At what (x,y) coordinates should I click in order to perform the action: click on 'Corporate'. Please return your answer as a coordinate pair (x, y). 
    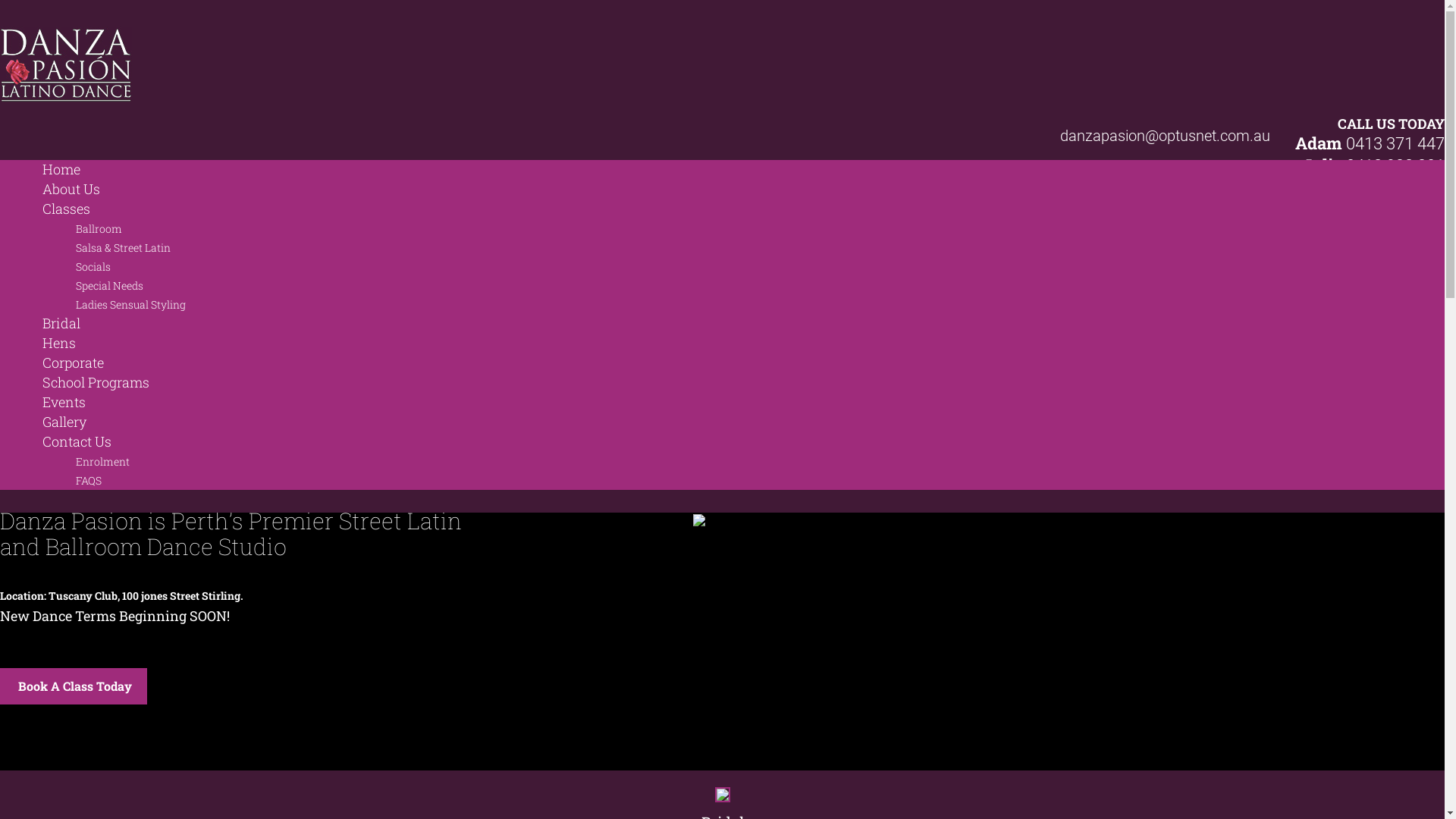
    Looking at the image, I should click on (72, 362).